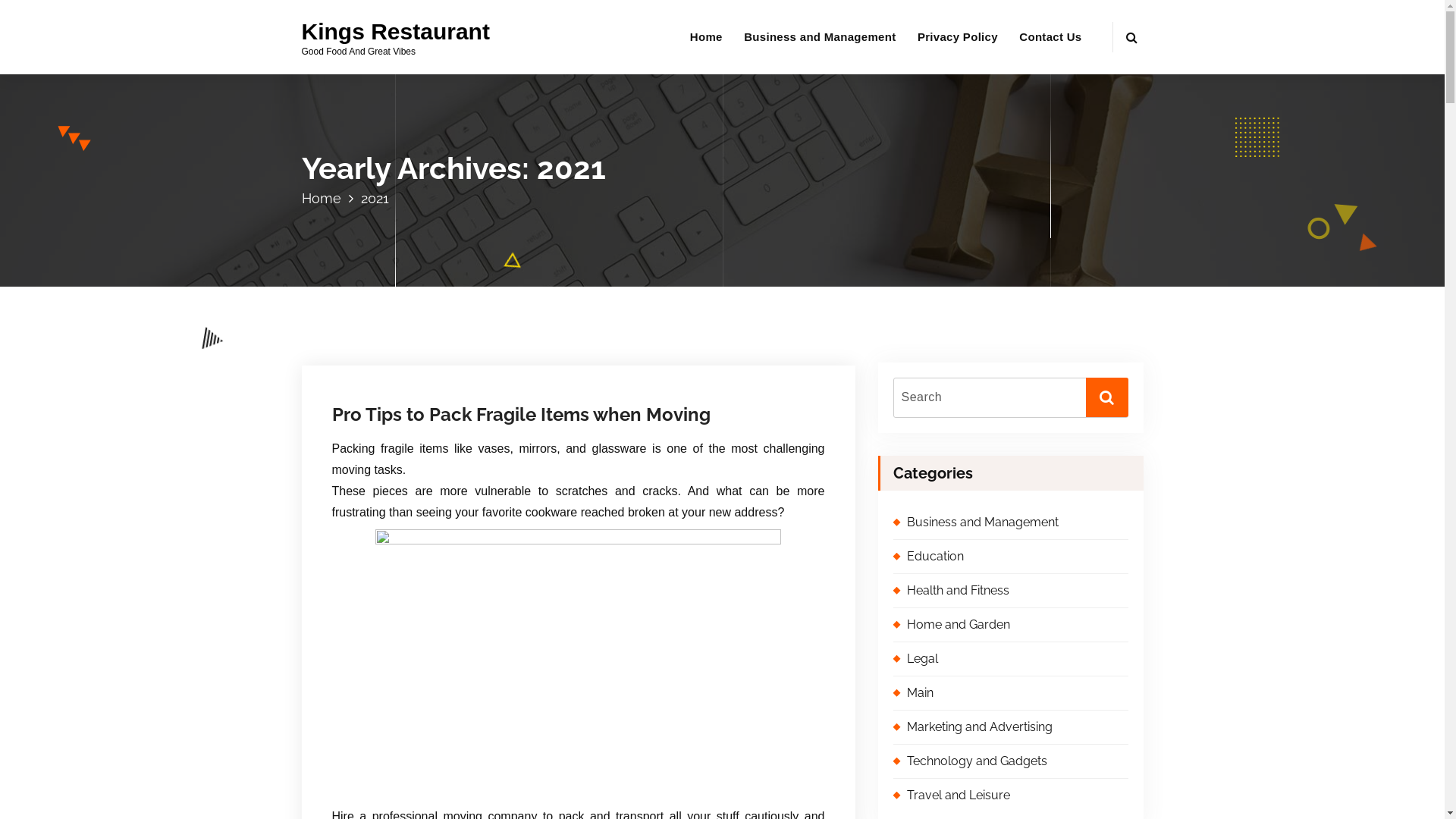 This screenshot has width=1456, height=819. What do you see at coordinates (1011, 761) in the screenshot?
I see `'Technology and Gadgets'` at bounding box center [1011, 761].